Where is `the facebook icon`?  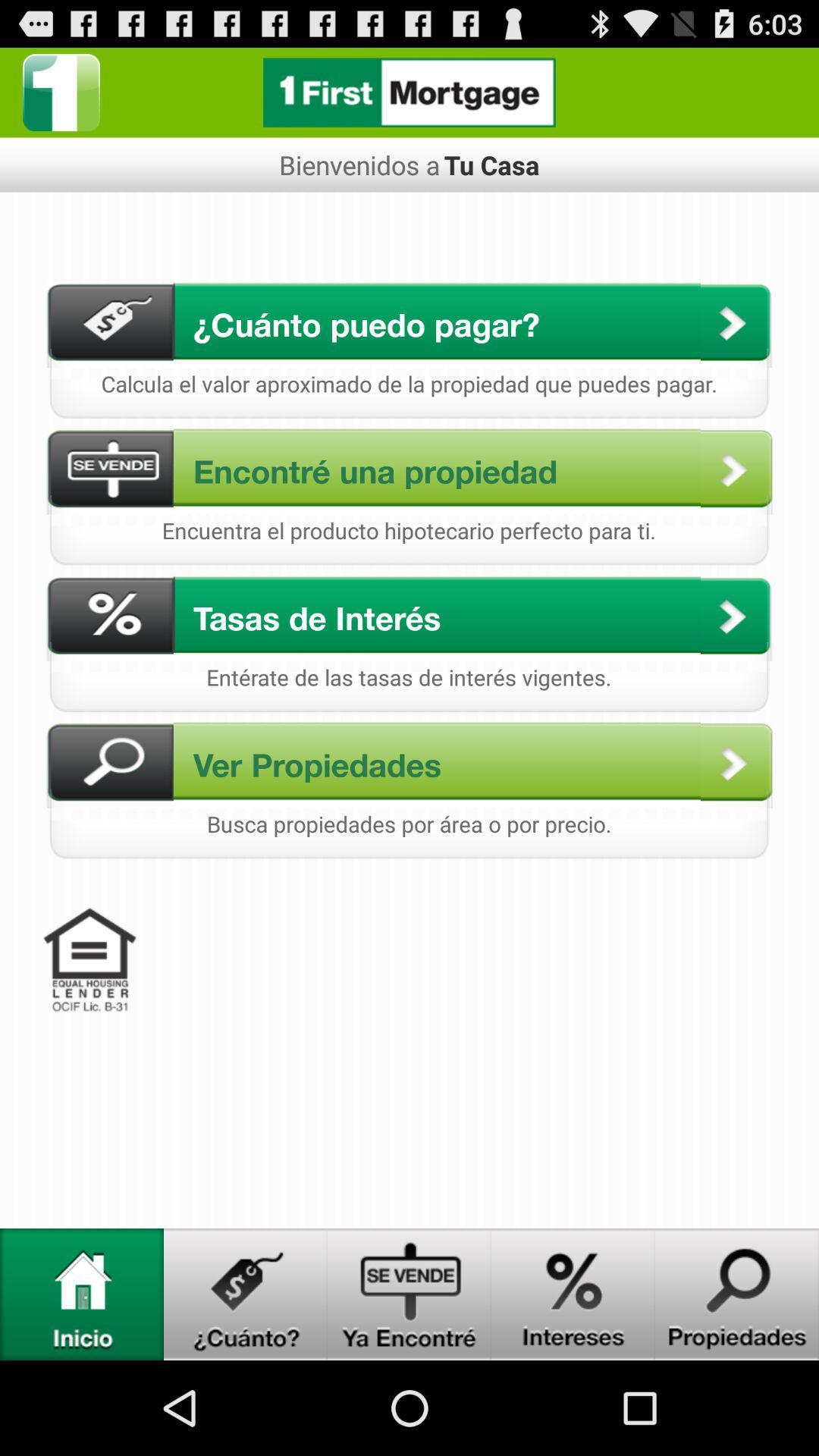
the facebook icon is located at coordinates (61, 98).